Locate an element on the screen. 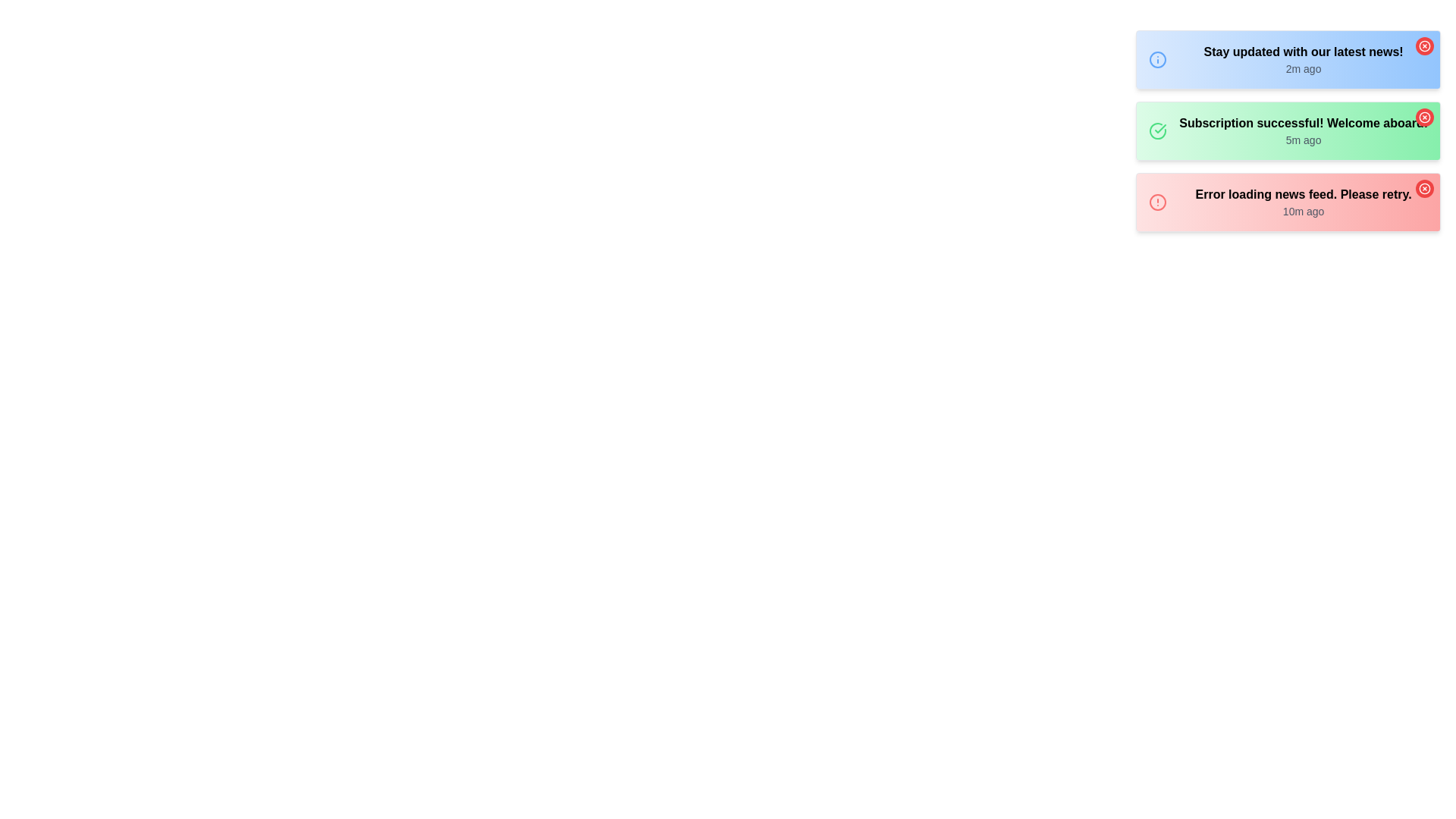 Image resolution: width=1456 pixels, height=819 pixels. the notification box displaying 'Subscription successful! Welcome aboard!' is located at coordinates (1288, 130).